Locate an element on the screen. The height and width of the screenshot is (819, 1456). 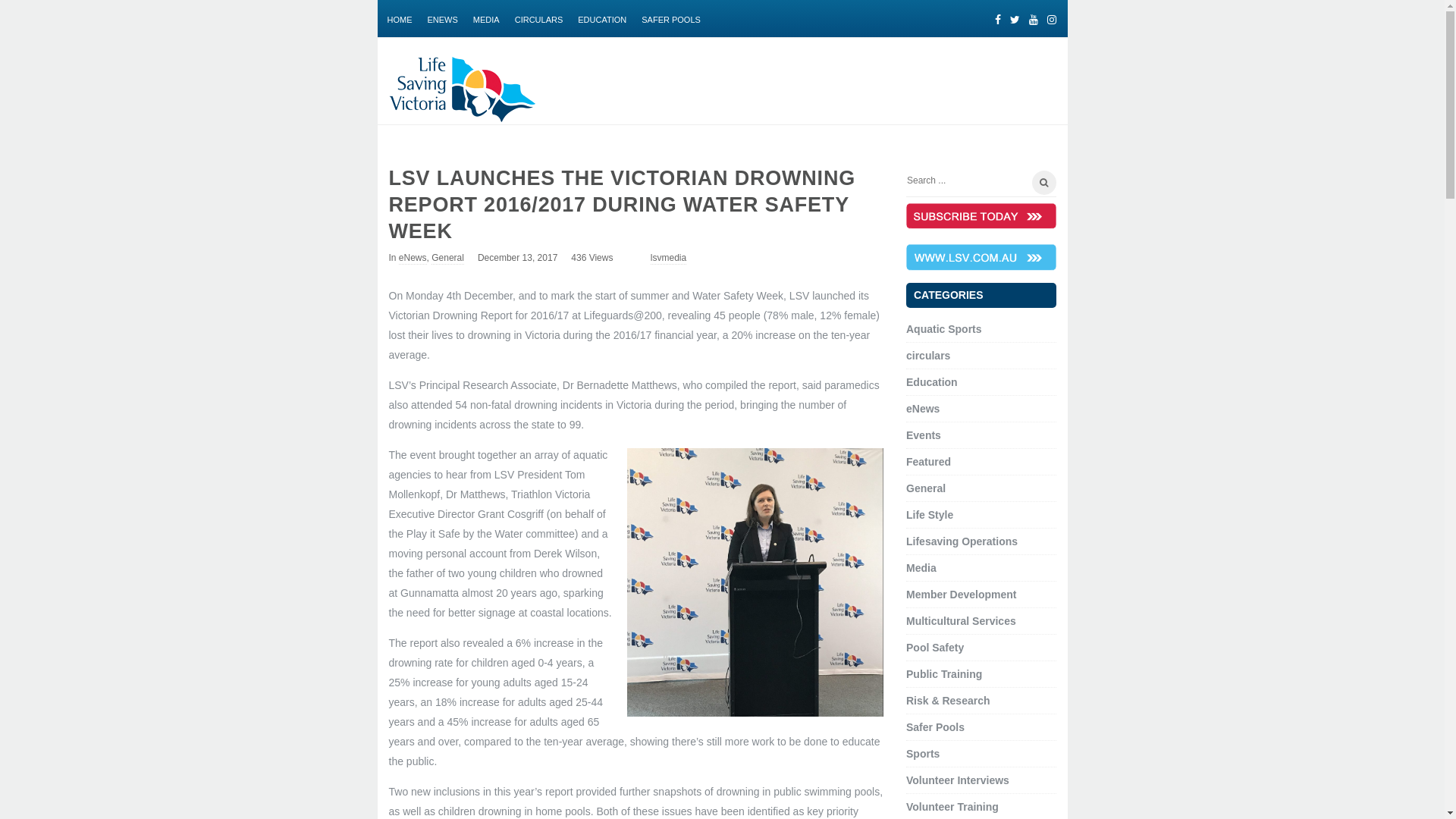
'General' is located at coordinates (431, 257).